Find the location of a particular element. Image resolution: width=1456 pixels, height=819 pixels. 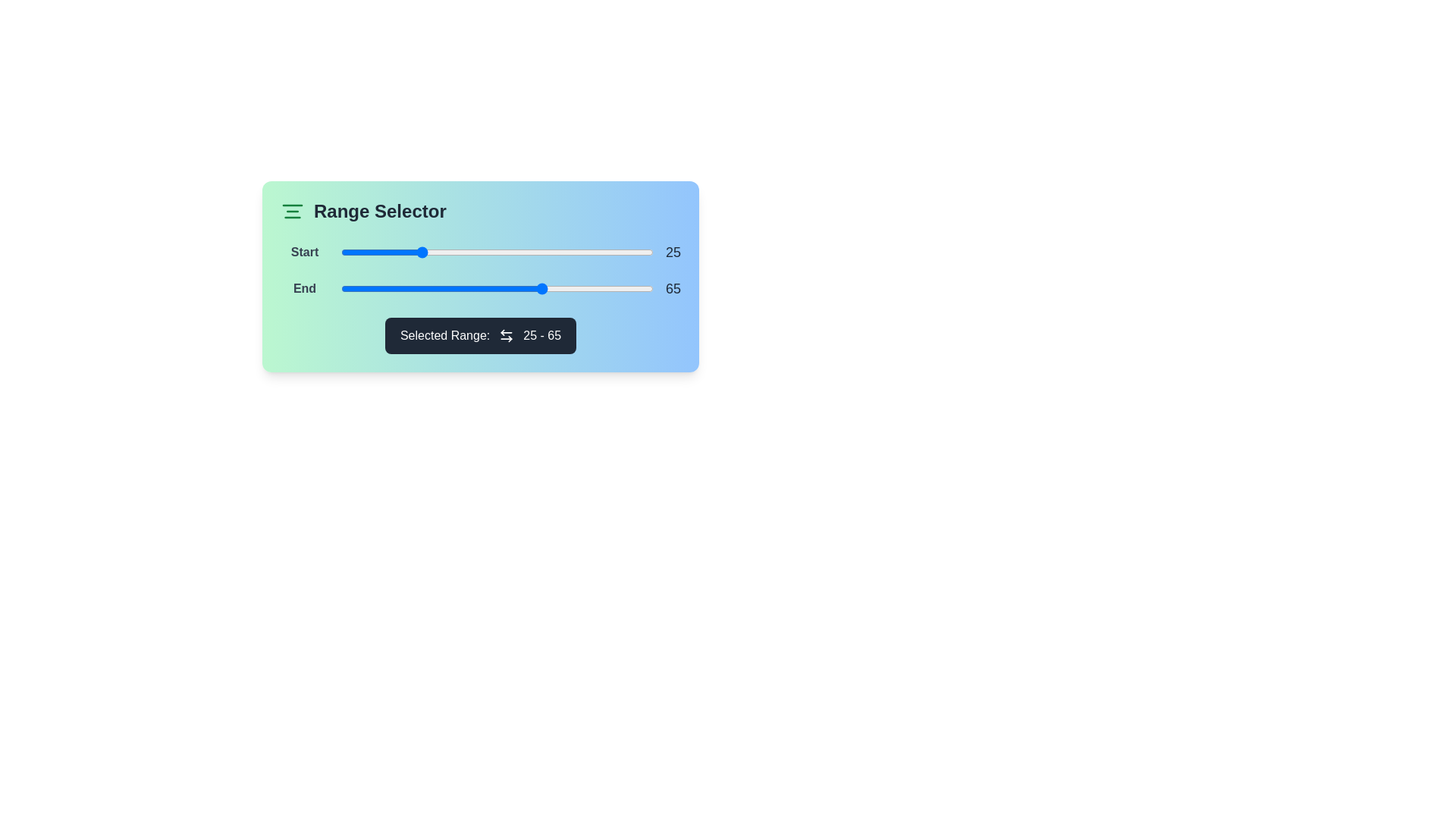

the end range slider to 10 by dragging it to the desired position is located at coordinates (372, 289).